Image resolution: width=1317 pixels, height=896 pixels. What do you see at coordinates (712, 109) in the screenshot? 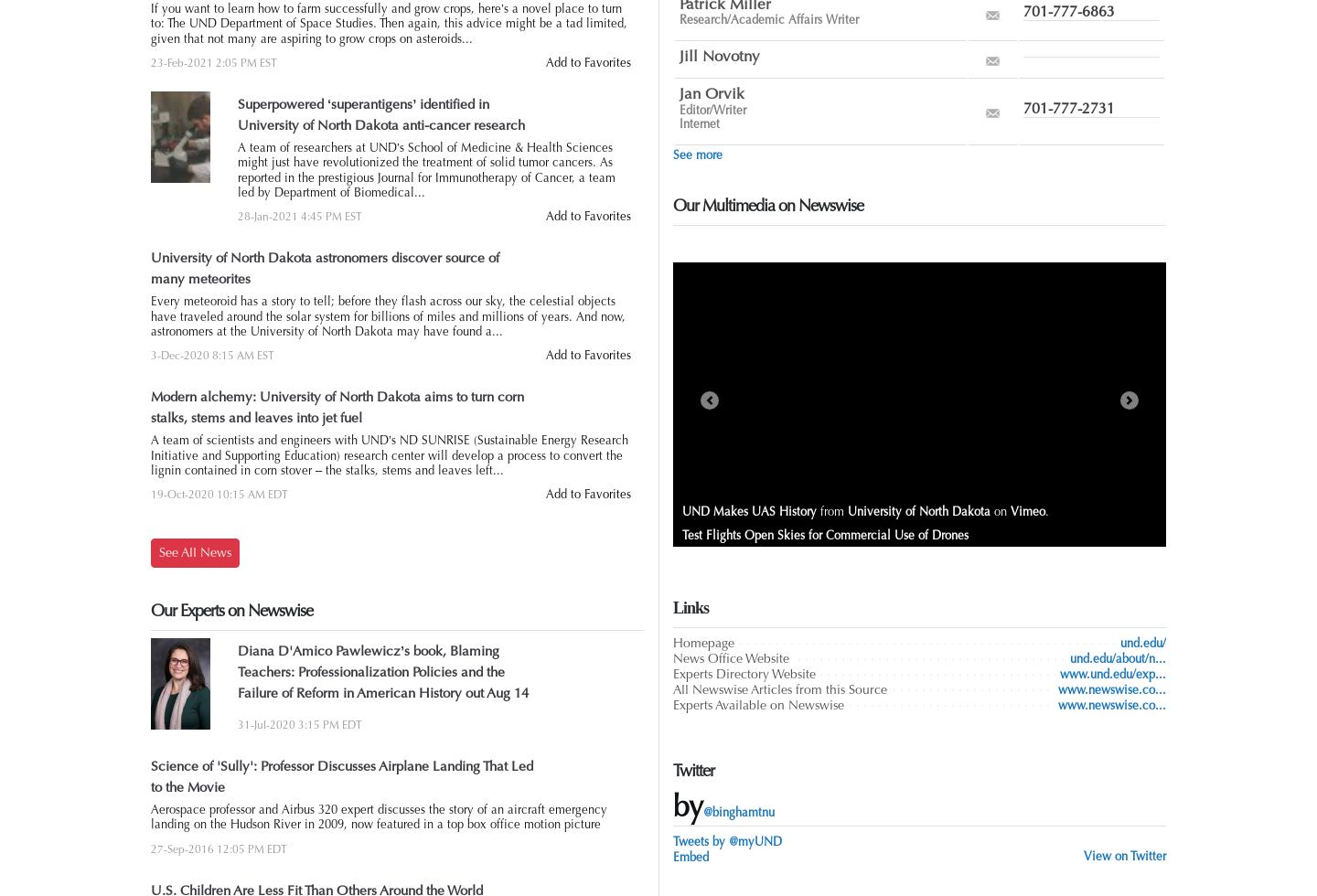
I see `'Editor/Writer'` at bounding box center [712, 109].